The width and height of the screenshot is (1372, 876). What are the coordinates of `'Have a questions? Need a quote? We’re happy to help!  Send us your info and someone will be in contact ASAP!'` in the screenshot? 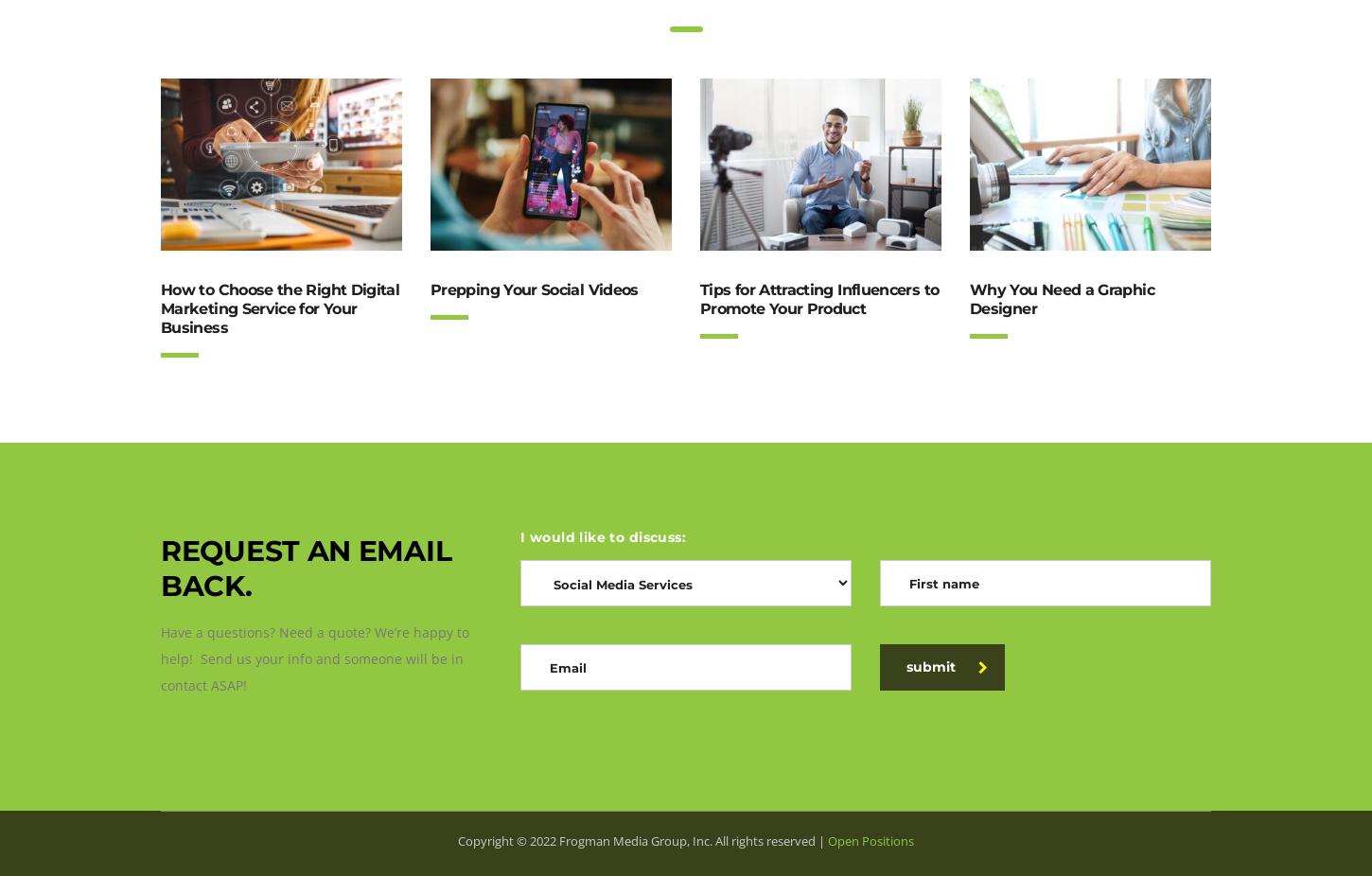 It's located at (315, 658).